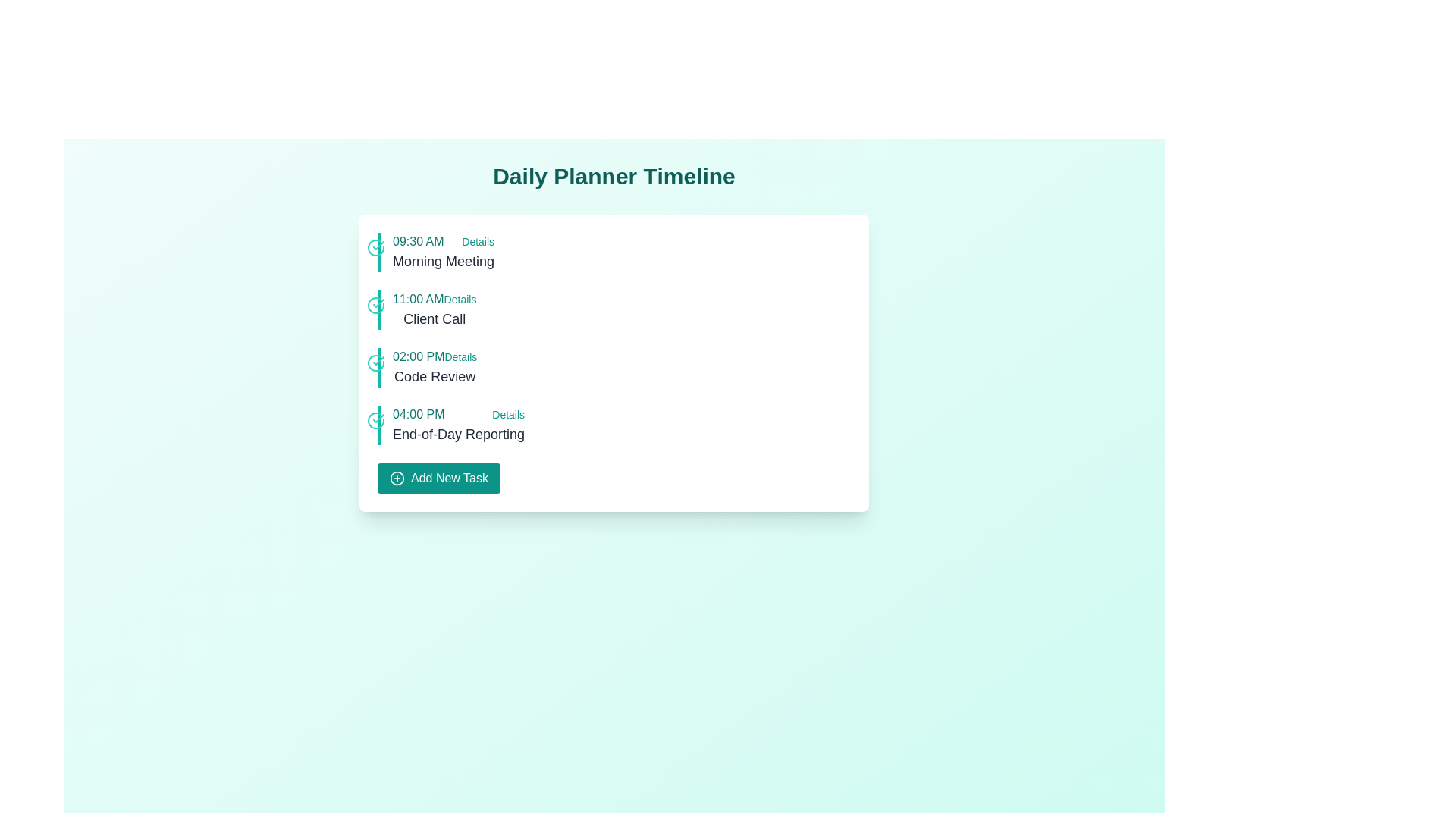  What do you see at coordinates (434, 318) in the screenshot?
I see `the Text label that denotes the event titled 'Client Call', which is positioned below '11:00 AM Details' and above the '02:00 PM' timeline entry` at bounding box center [434, 318].